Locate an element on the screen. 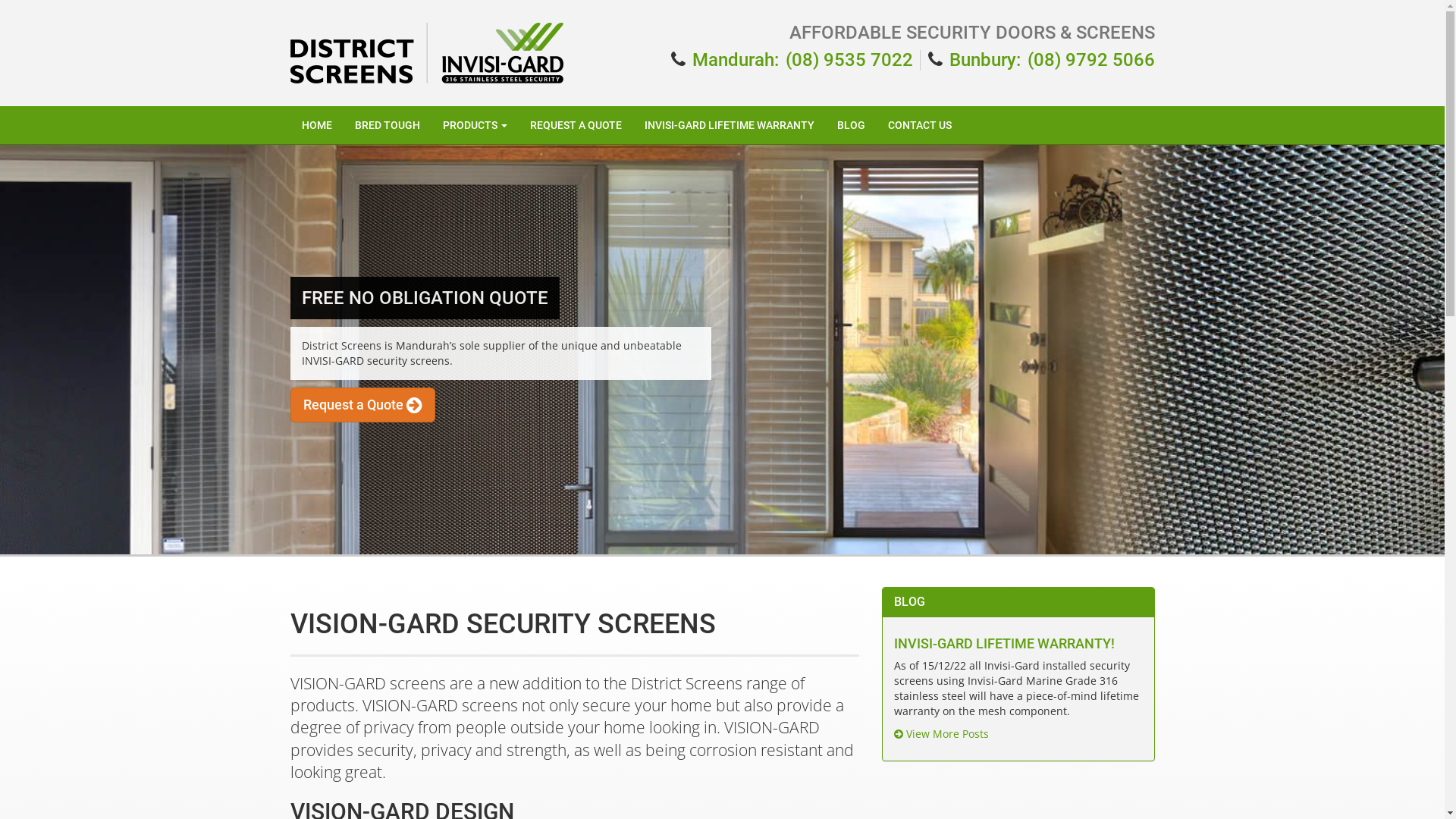 The width and height of the screenshot is (1456, 819). 'Request a Quote' is located at coordinates (361, 403).